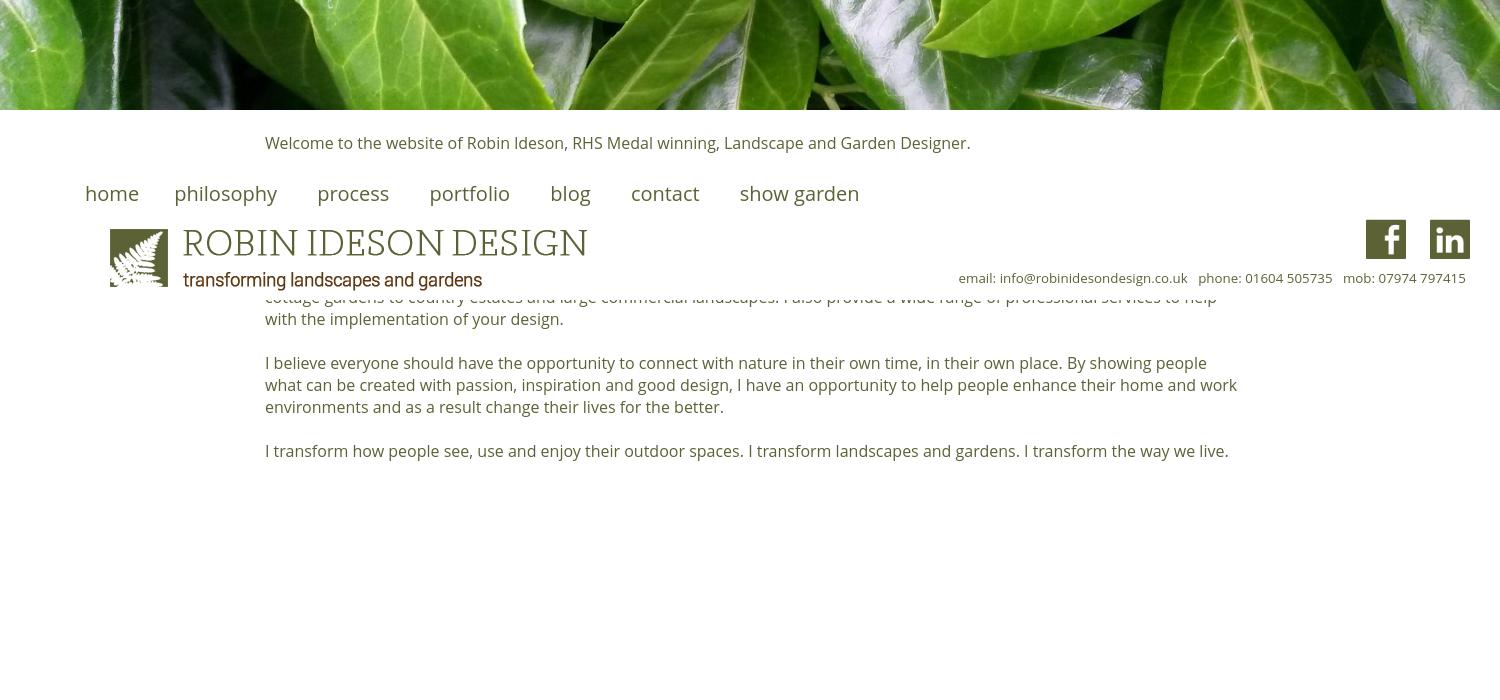  Describe the element at coordinates (751, 209) in the screenshot. I see `'My award winning Design Practice is based in the pretty village of Creaton in rural
Northamptonshire. My central position means l cover a wide range of areas, from
Leicestershire and Warwickshire in the north, to Buckinghamshire and
London in the south, from the Cotswolds to East Anglia.'` at that location.